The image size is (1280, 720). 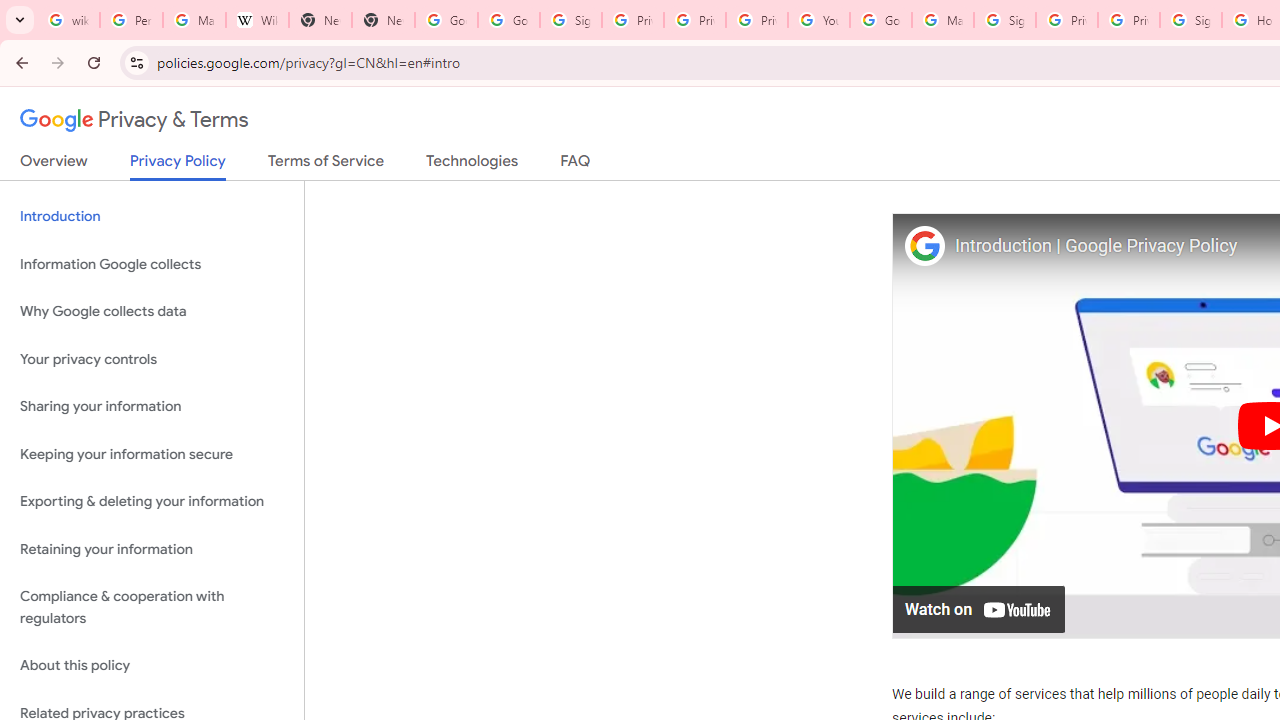 What do you see at coordinates (151, 358) in the screenshot?
I see `'Your privacy controls'` at bounding box center [151, 358].